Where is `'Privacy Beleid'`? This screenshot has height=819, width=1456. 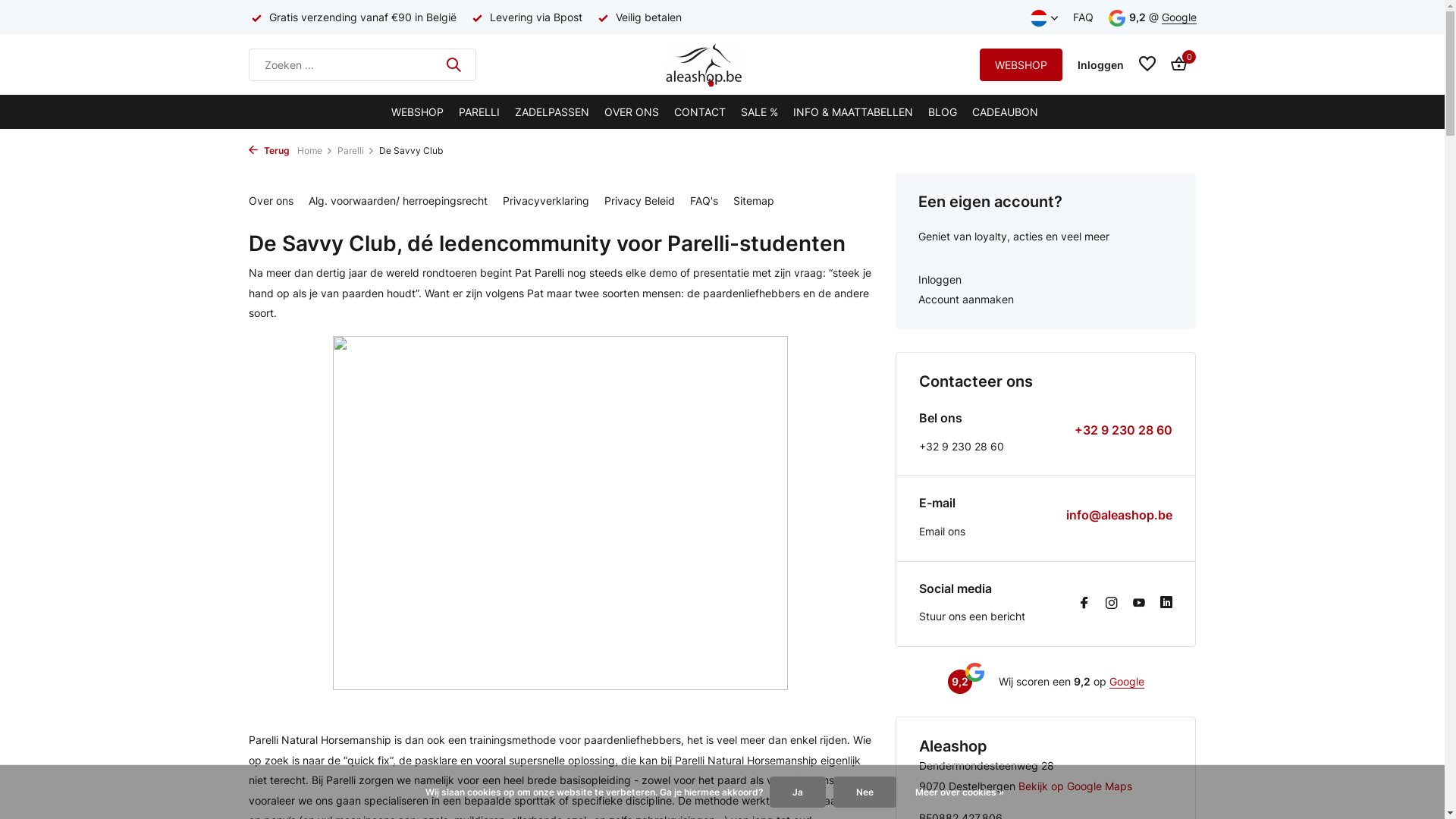 'Privacy Beleid' is located at coordinates (639, 199).